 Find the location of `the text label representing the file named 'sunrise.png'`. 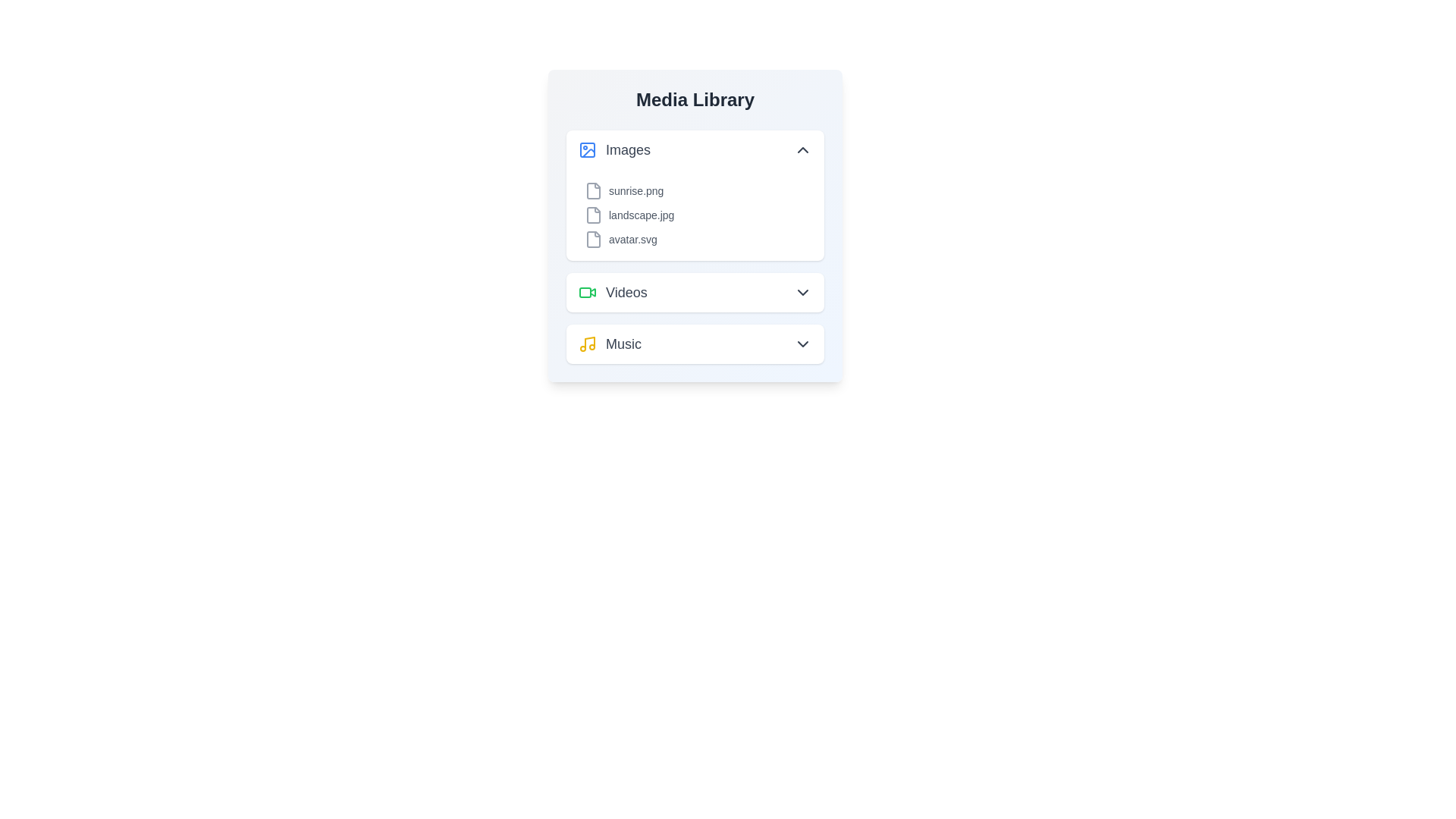

the text label representing the file named 'sunrise.png' is located at coordinates (636, 190).